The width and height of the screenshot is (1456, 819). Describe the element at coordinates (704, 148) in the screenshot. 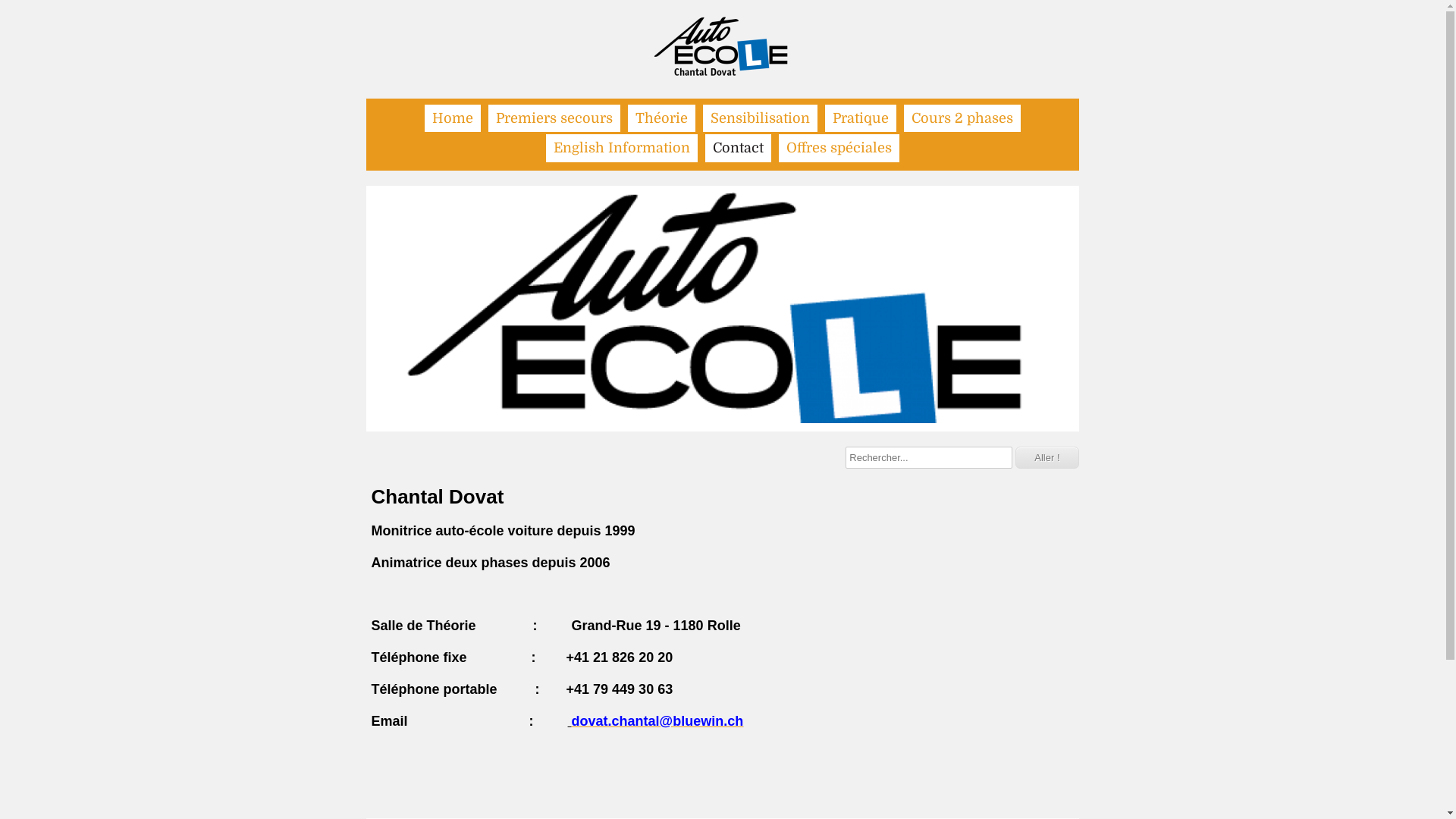

I see `'Contact'` at that location.